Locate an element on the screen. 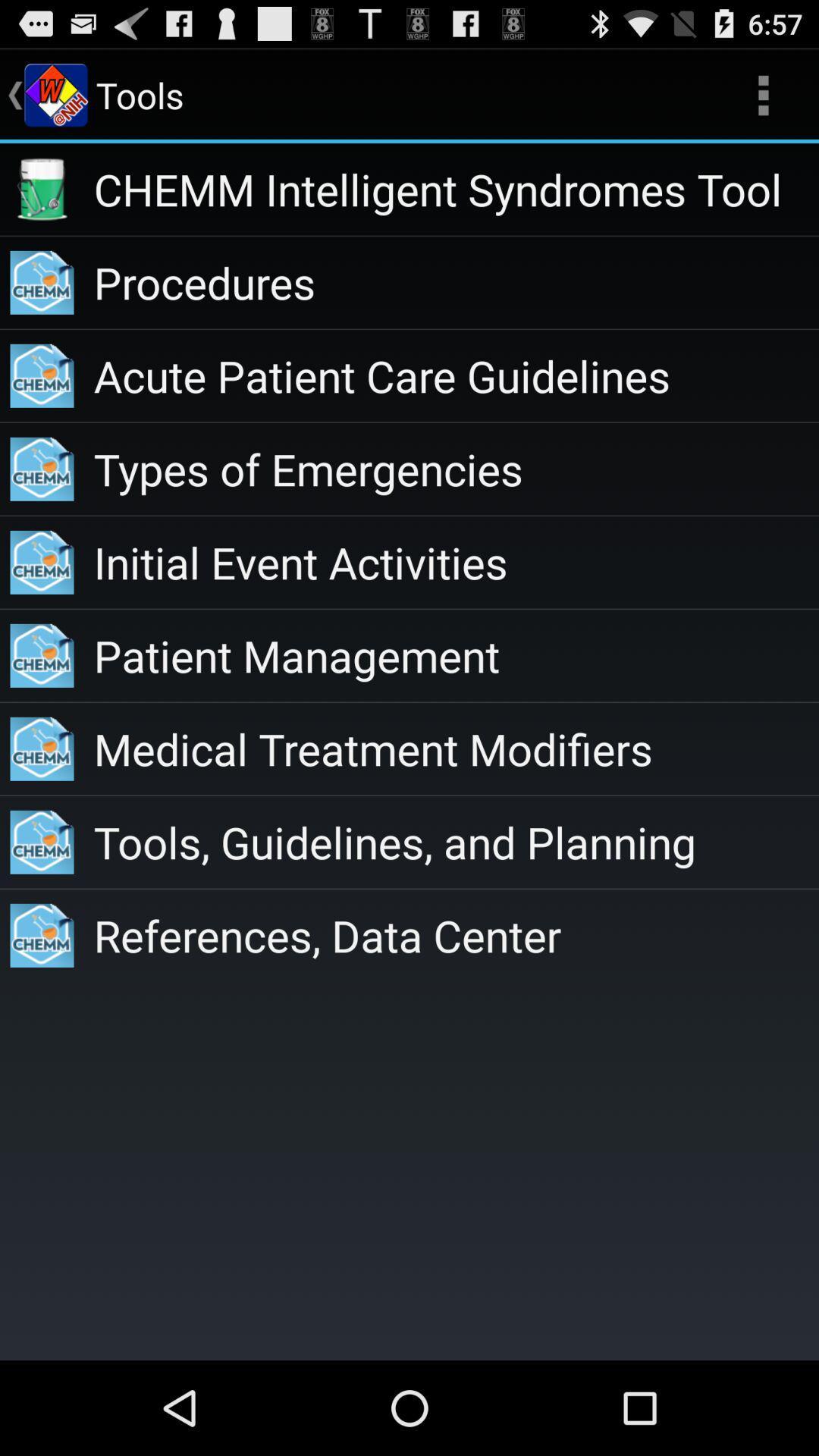 Image resolution: width=819 pixels, height=1456 pixels. icon below medical treatment modifiers app is located at coordinates (455, 841).